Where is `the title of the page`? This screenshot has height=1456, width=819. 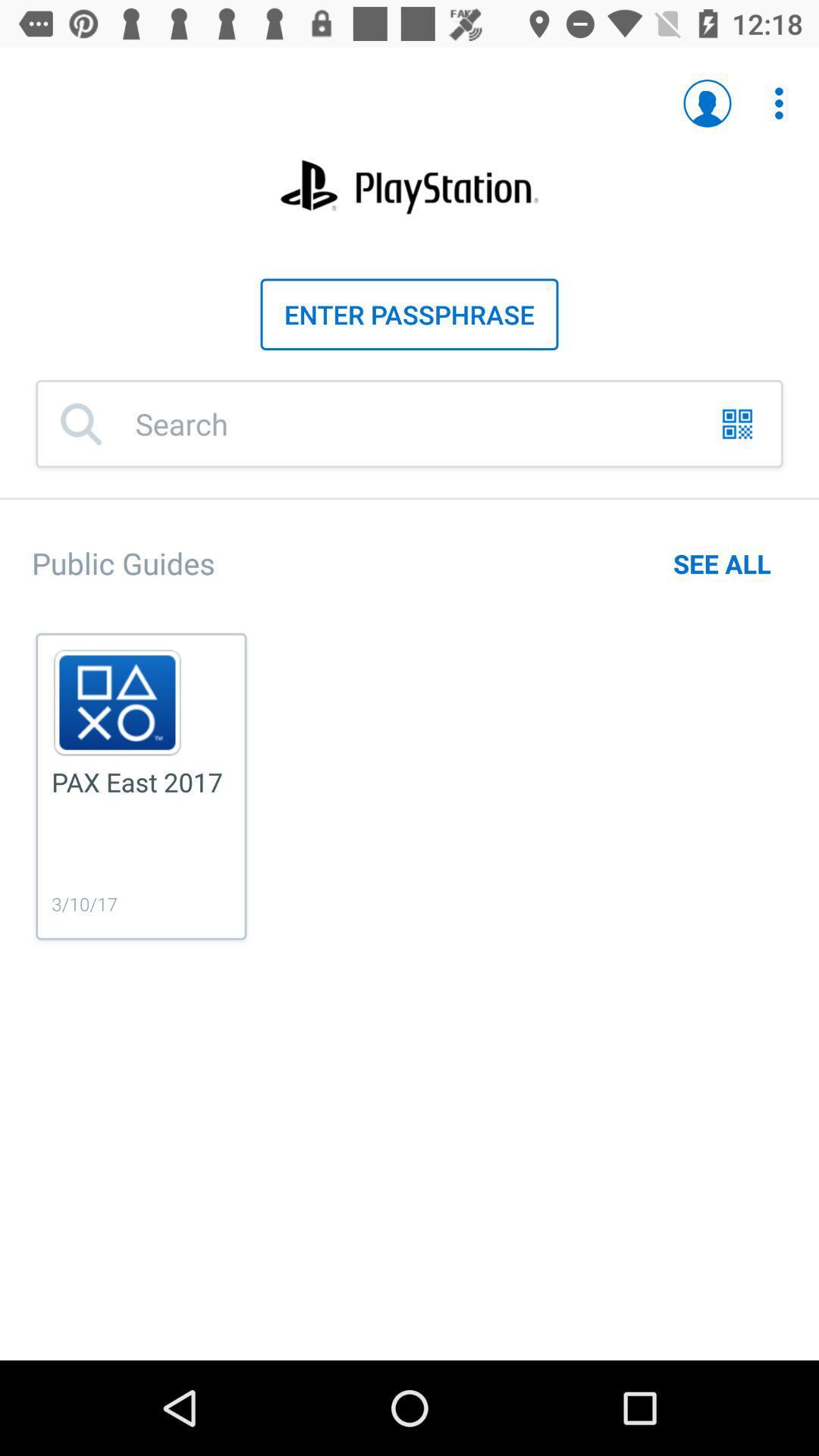
the title of the page is located at coordinates (409, 186).